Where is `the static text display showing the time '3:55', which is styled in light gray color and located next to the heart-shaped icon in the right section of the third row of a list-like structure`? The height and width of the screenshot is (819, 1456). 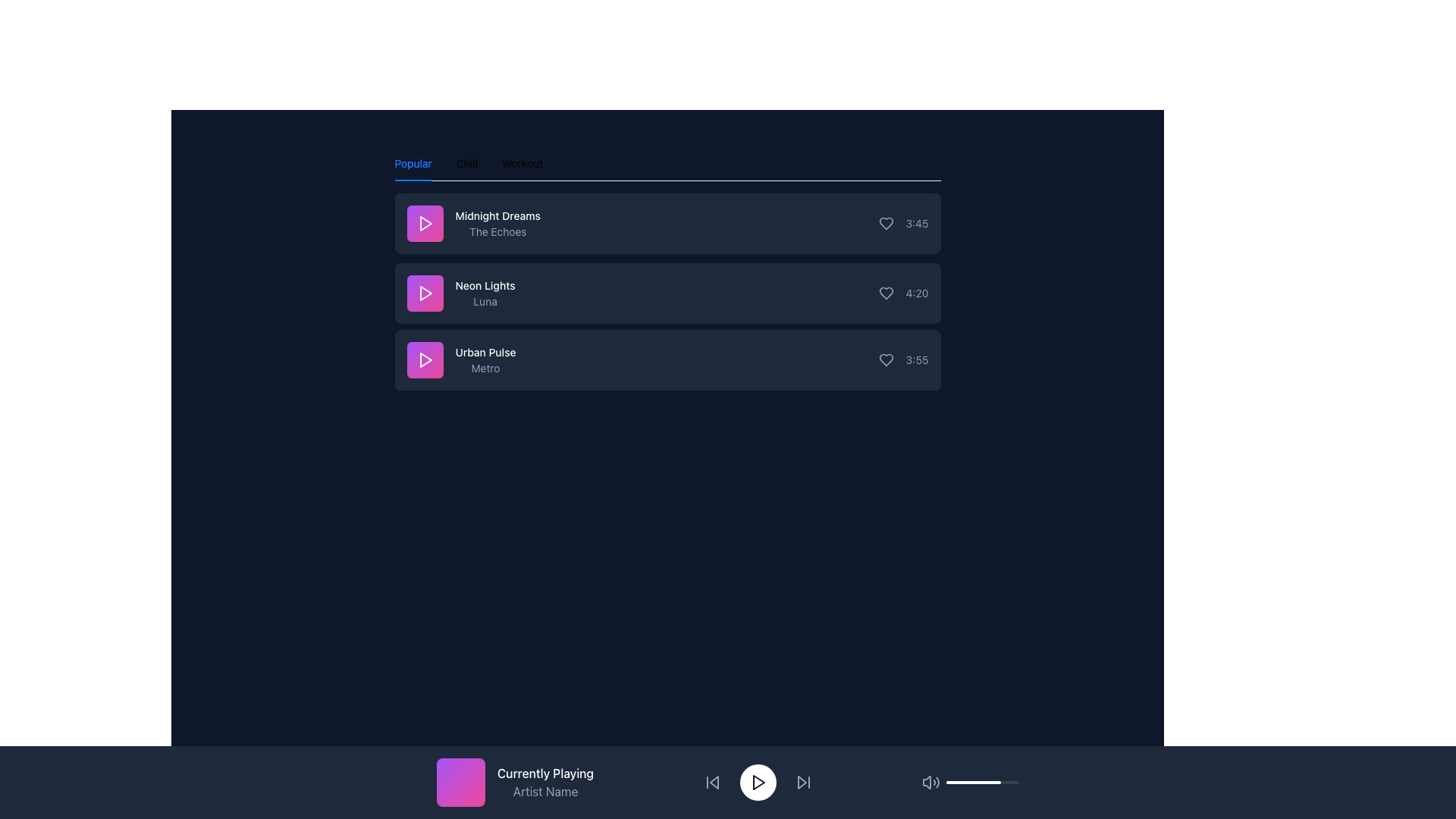
the static text display showing the time '3:55', which is styled in light gray color and located next to the heart-shaped icon in the right section of the third row of a list-like structure is located at coordinates (903, 359).